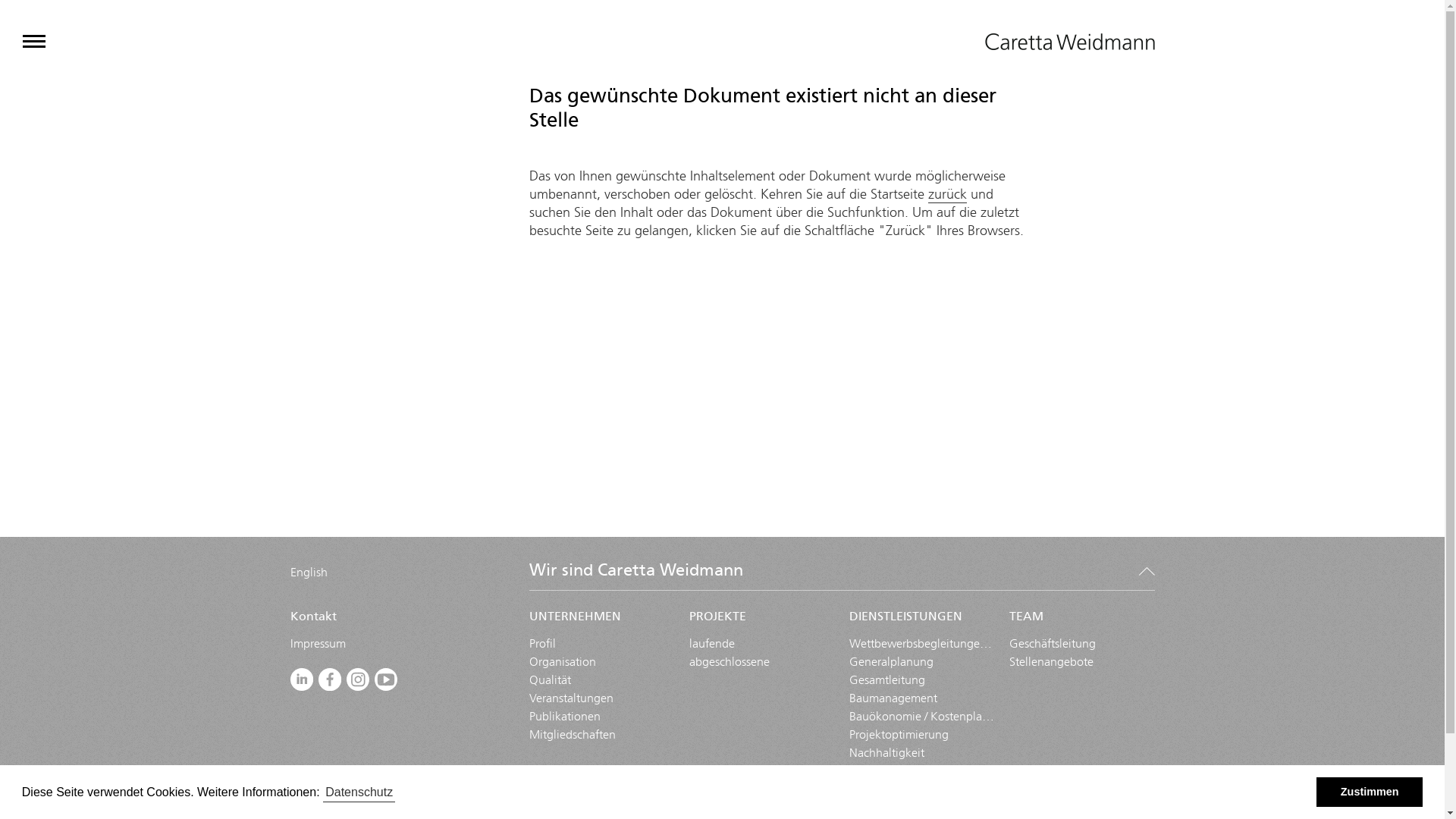  Describe the element at coordinates (1147, 571) in the screenshot. I see `'Nach oben'` at that location.